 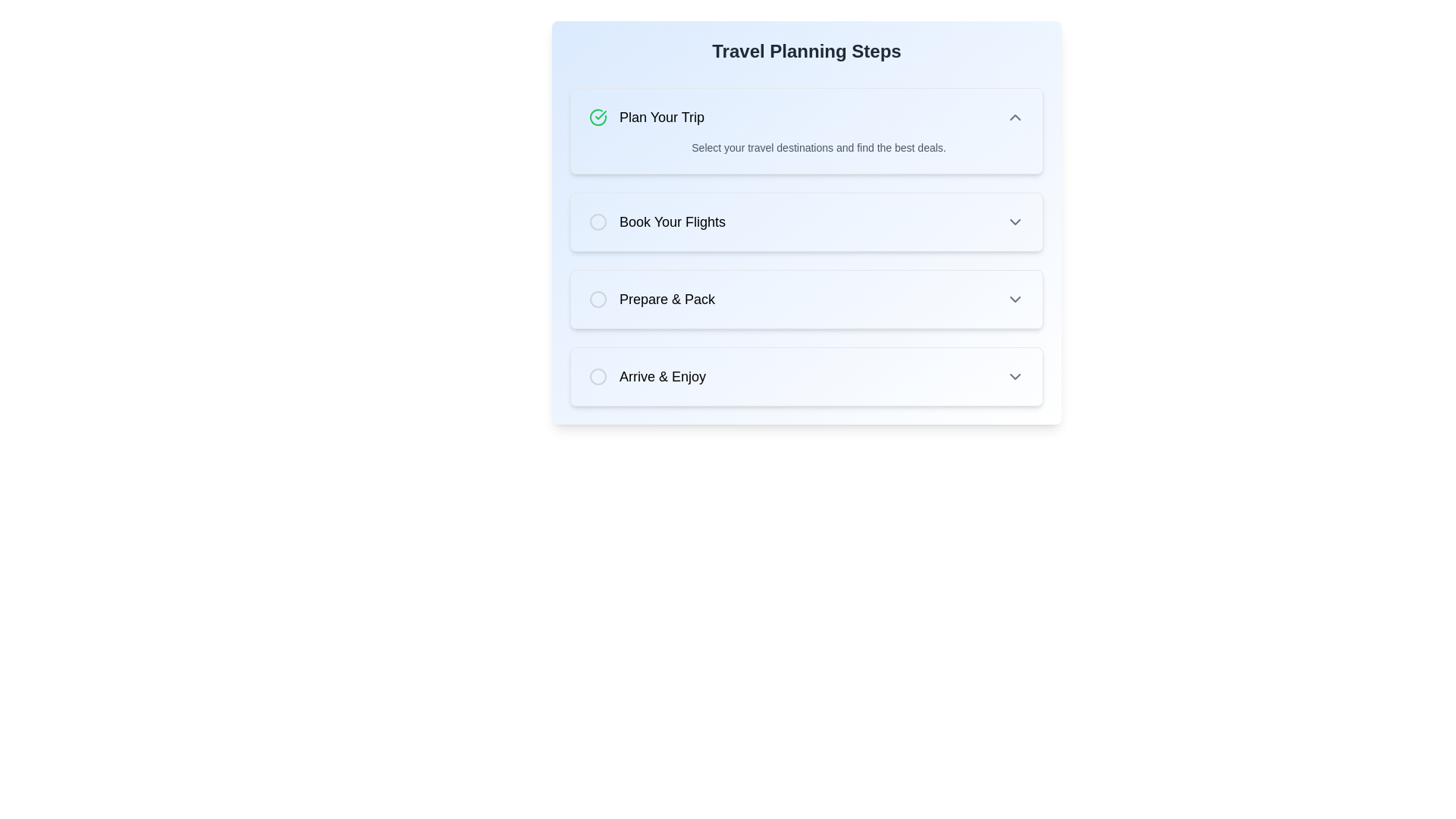 I want to click on the first circular icon in the 'Book Your Flights' section, which has a gray outline and serves as a selectable radio button, so click(x=597, y=222).